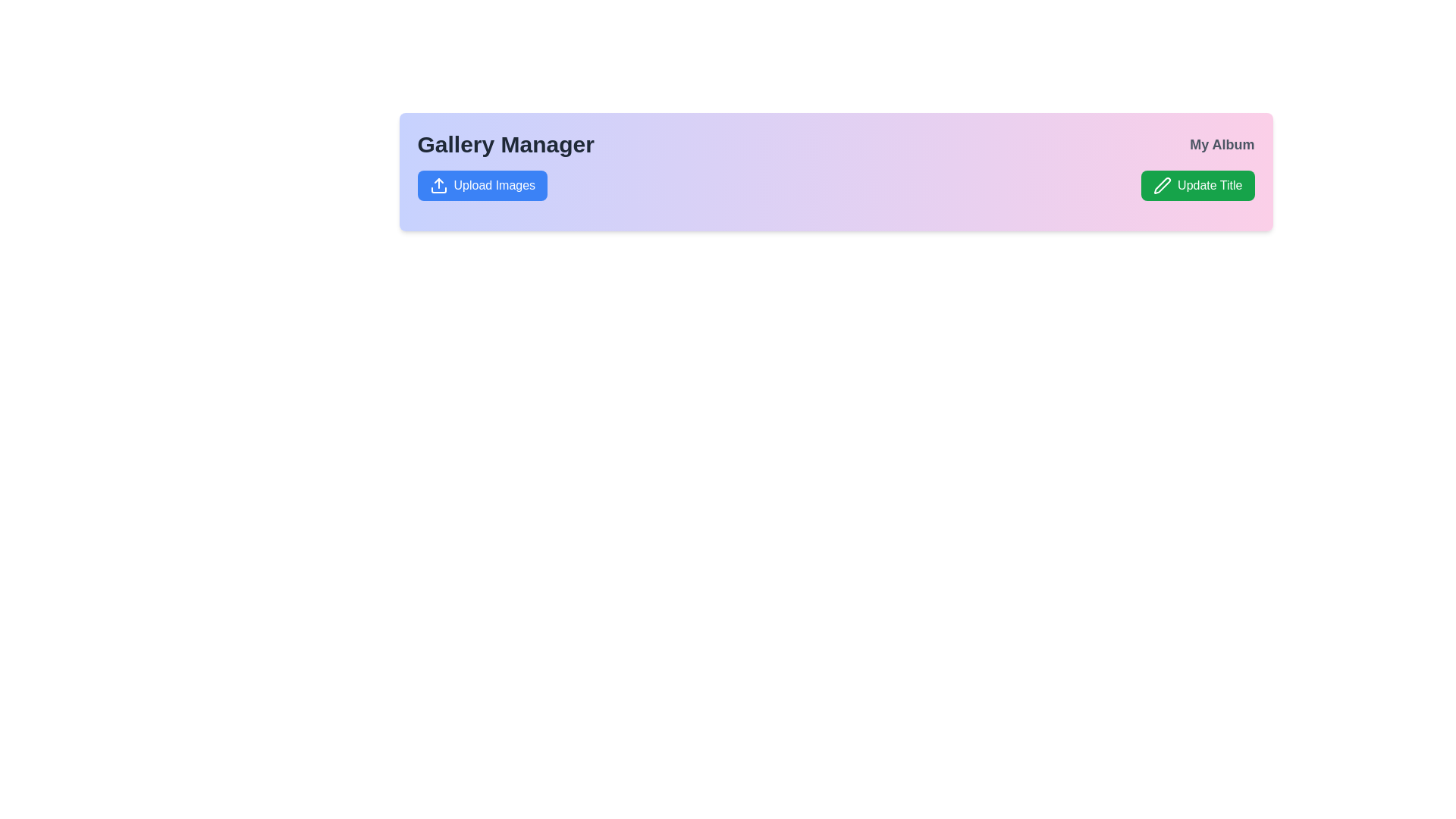 This screenshot has width=1456, height=819. What do you see at coordinates (1162, 185) in the screenshot?
I see `the edit icon embedded within the green 'Update Title' button located on the right side of the top bar` at bounding box center [1162, 185].